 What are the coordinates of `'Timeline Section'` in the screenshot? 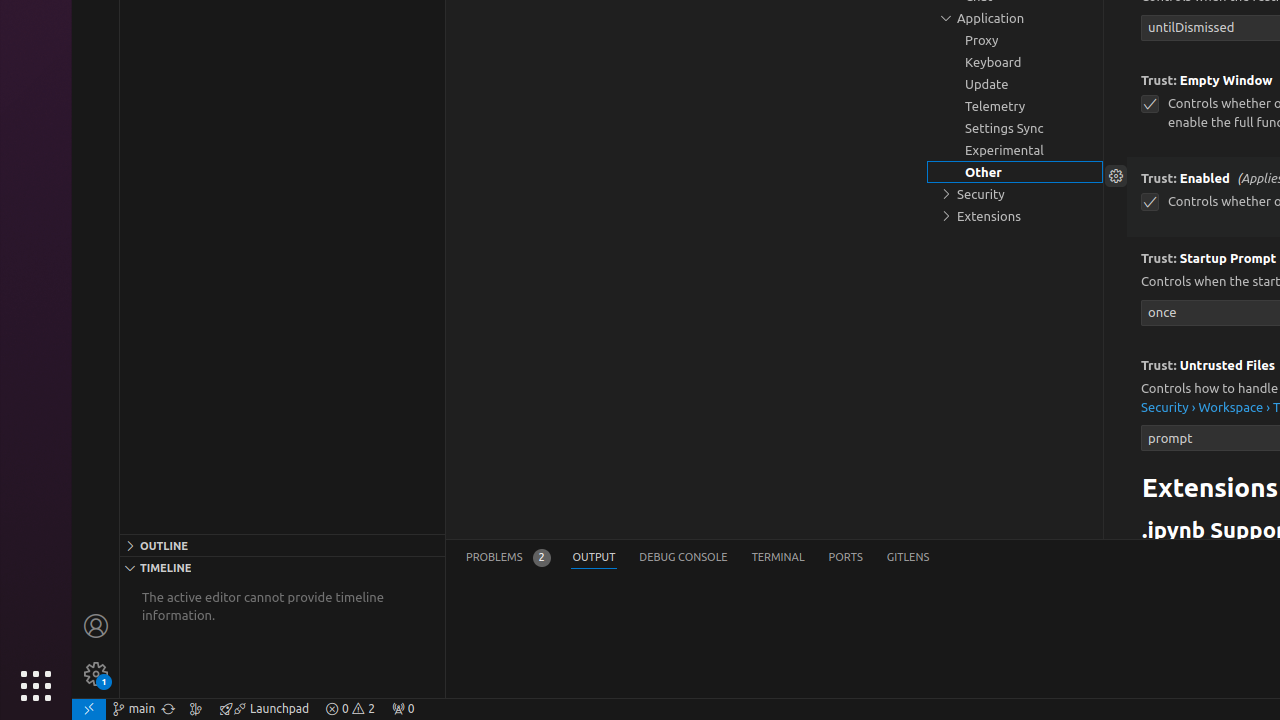 It's located at (281, 567).